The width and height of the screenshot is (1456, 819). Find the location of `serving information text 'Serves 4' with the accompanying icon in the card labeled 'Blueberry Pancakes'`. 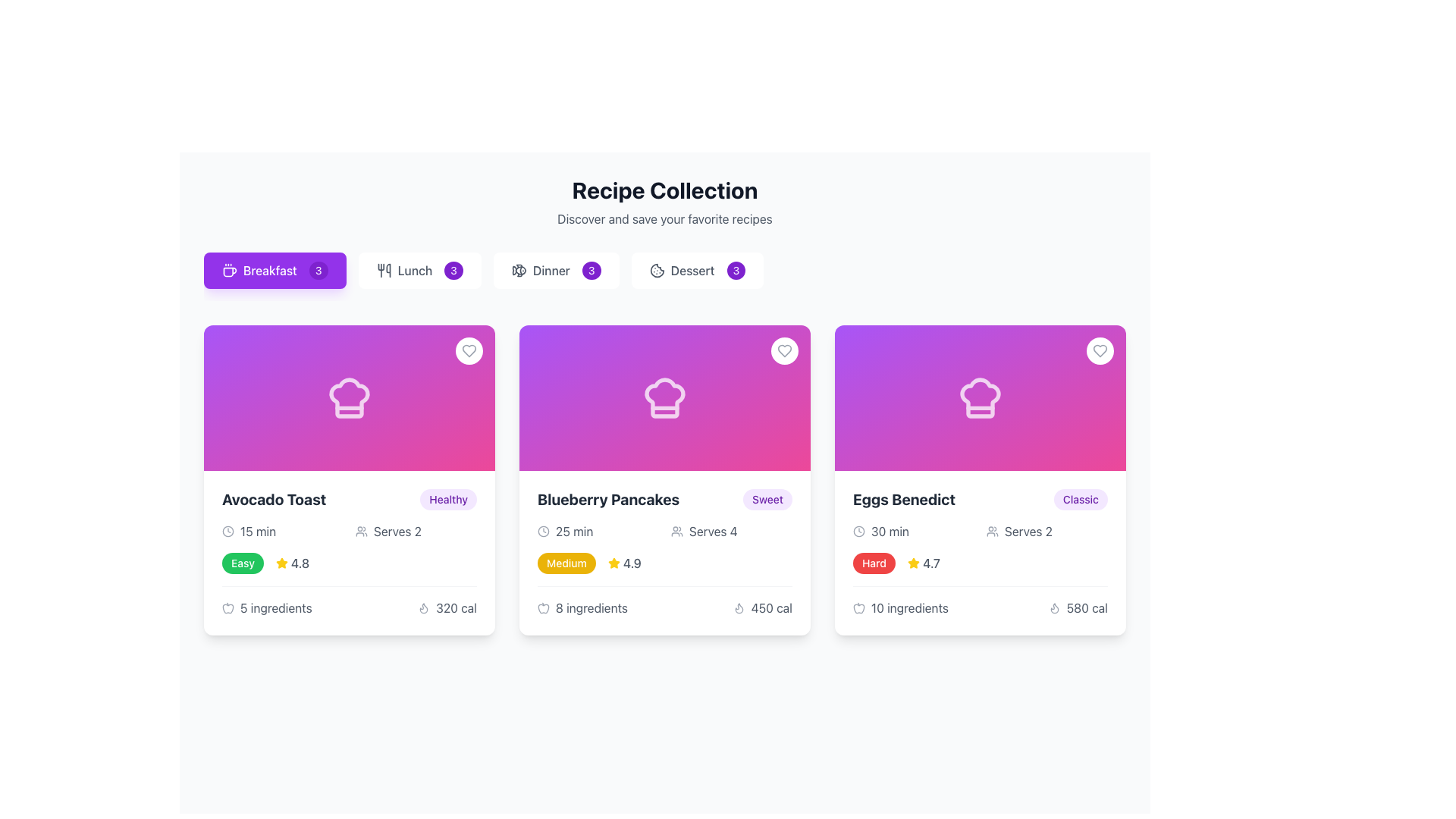

serving information text 'Serves 4' with the accompanying icon in the card labeled 'Blueberry Pancakes' is located at coordinates (731, 531).